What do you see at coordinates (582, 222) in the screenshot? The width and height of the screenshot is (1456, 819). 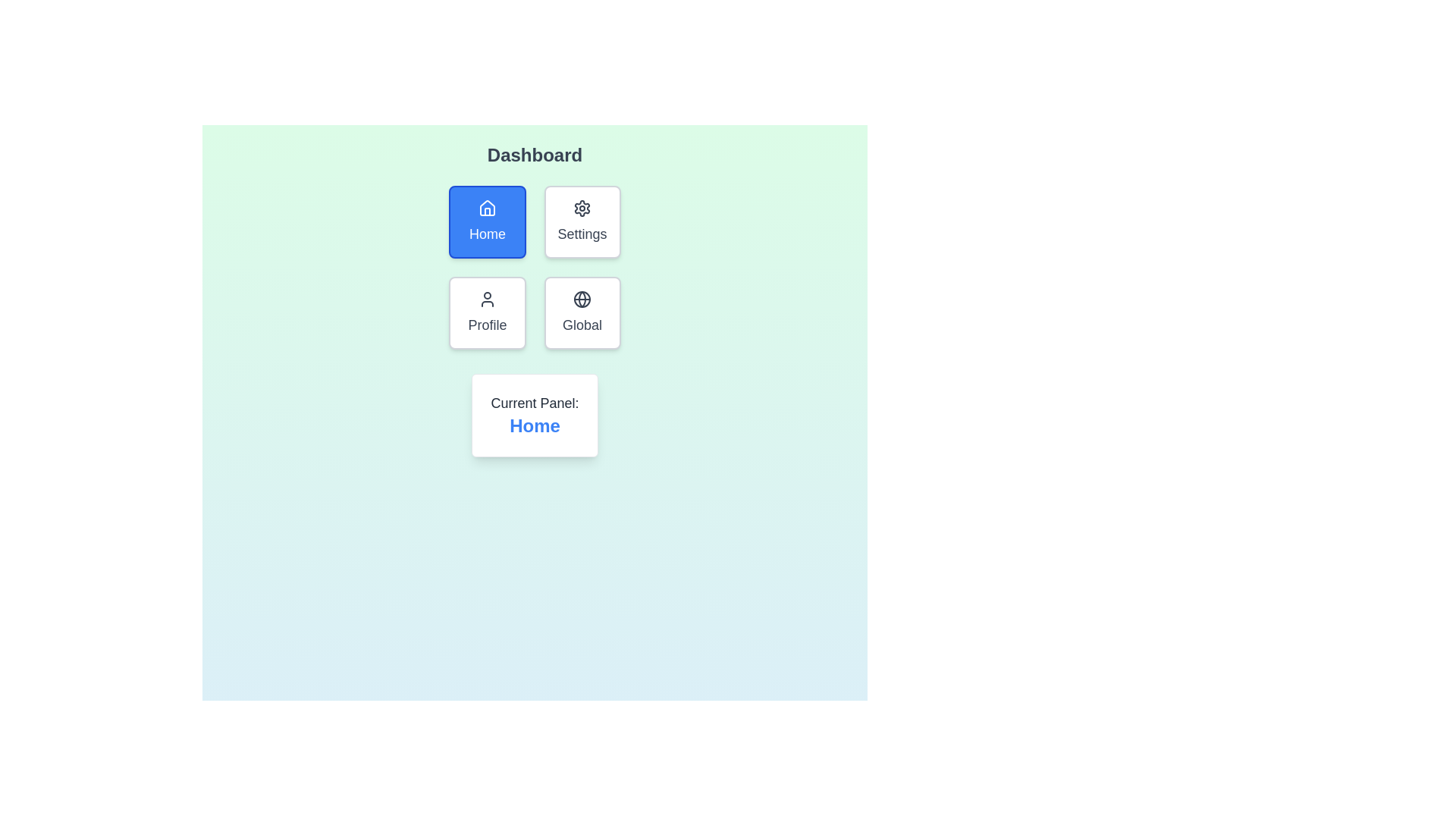 I see `the button for the Settings panel` at bounding box center [582, 222].